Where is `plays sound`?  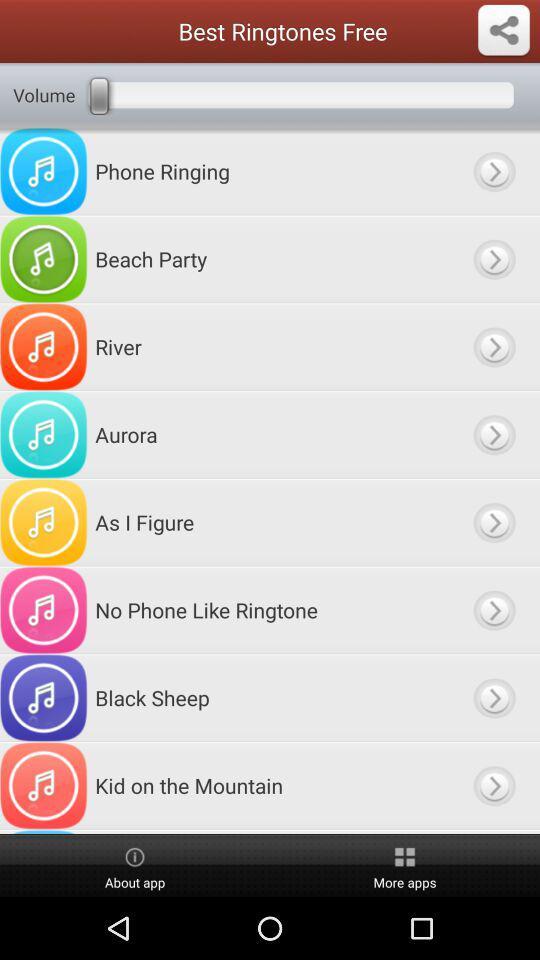
plays sound is located at coordinates (493, 170).